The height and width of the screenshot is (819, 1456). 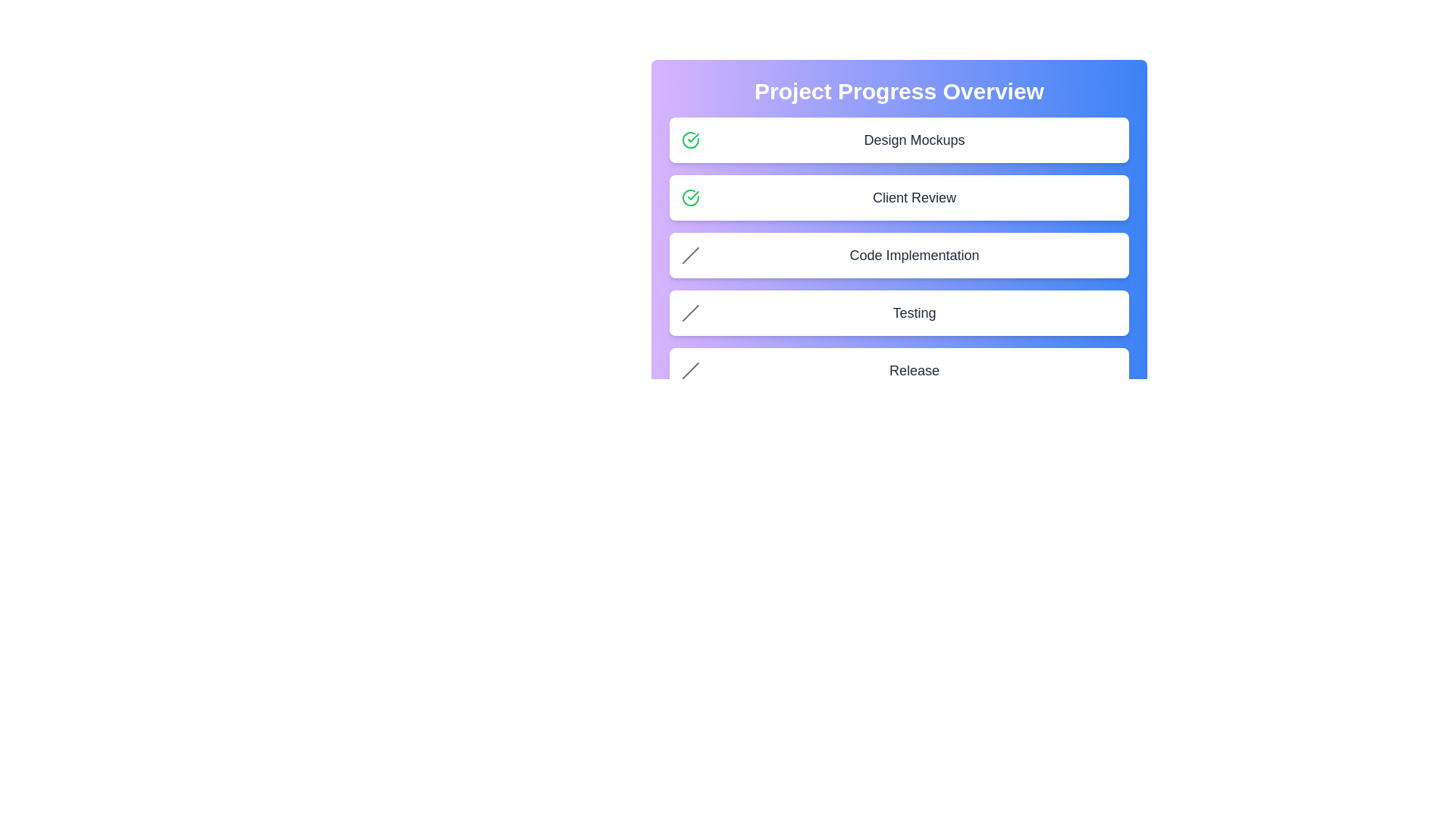 I want to click on the icon indicator on the second card titled 'Client Review' in the 'Project Progress Overview' layout, which features a green check icon on the left side, so click(x=899, y=197).